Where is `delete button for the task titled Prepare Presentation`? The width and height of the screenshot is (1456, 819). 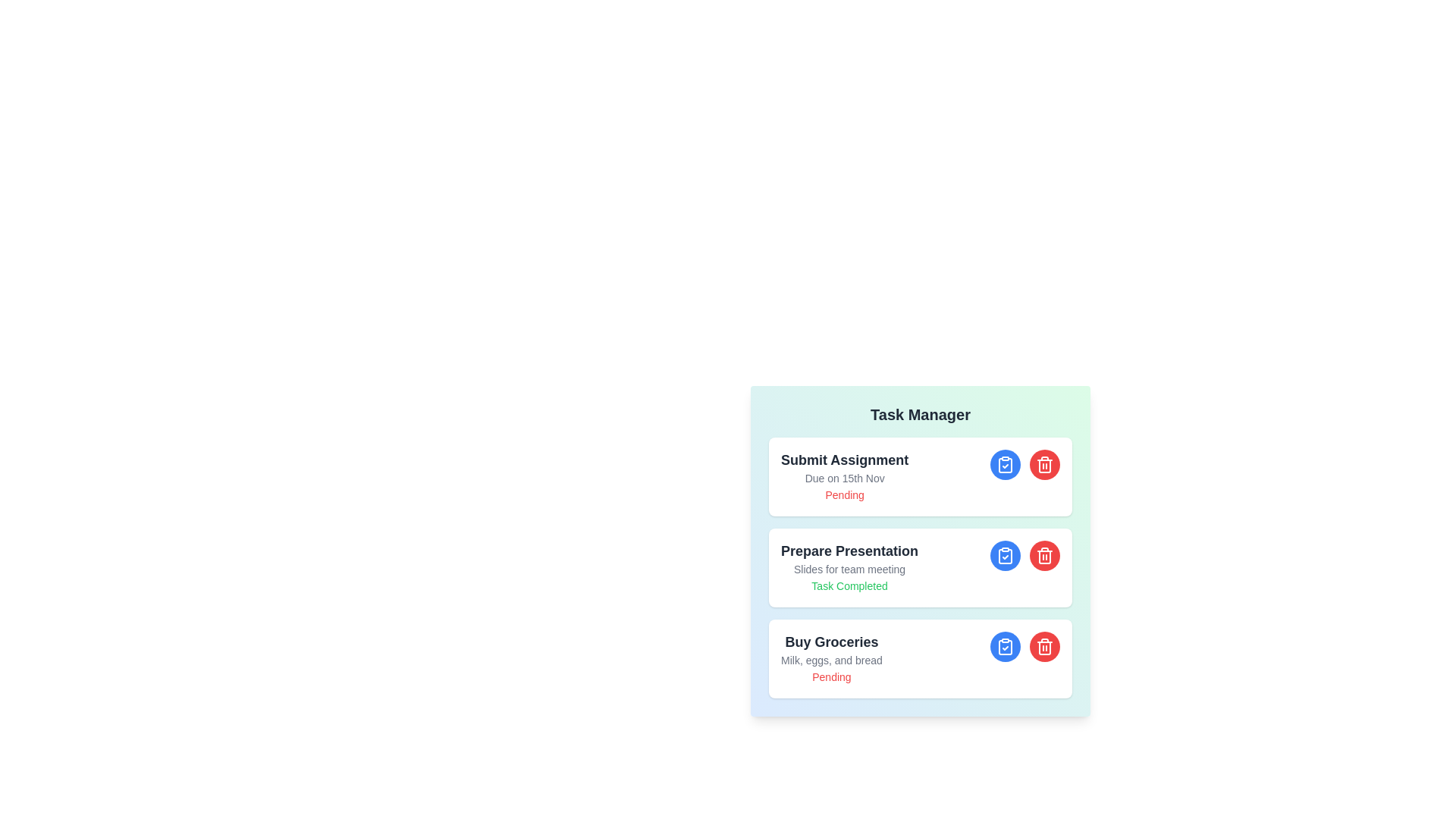 delete button for the task titled Prepare Presentation is located at coordinates (1043, 555).